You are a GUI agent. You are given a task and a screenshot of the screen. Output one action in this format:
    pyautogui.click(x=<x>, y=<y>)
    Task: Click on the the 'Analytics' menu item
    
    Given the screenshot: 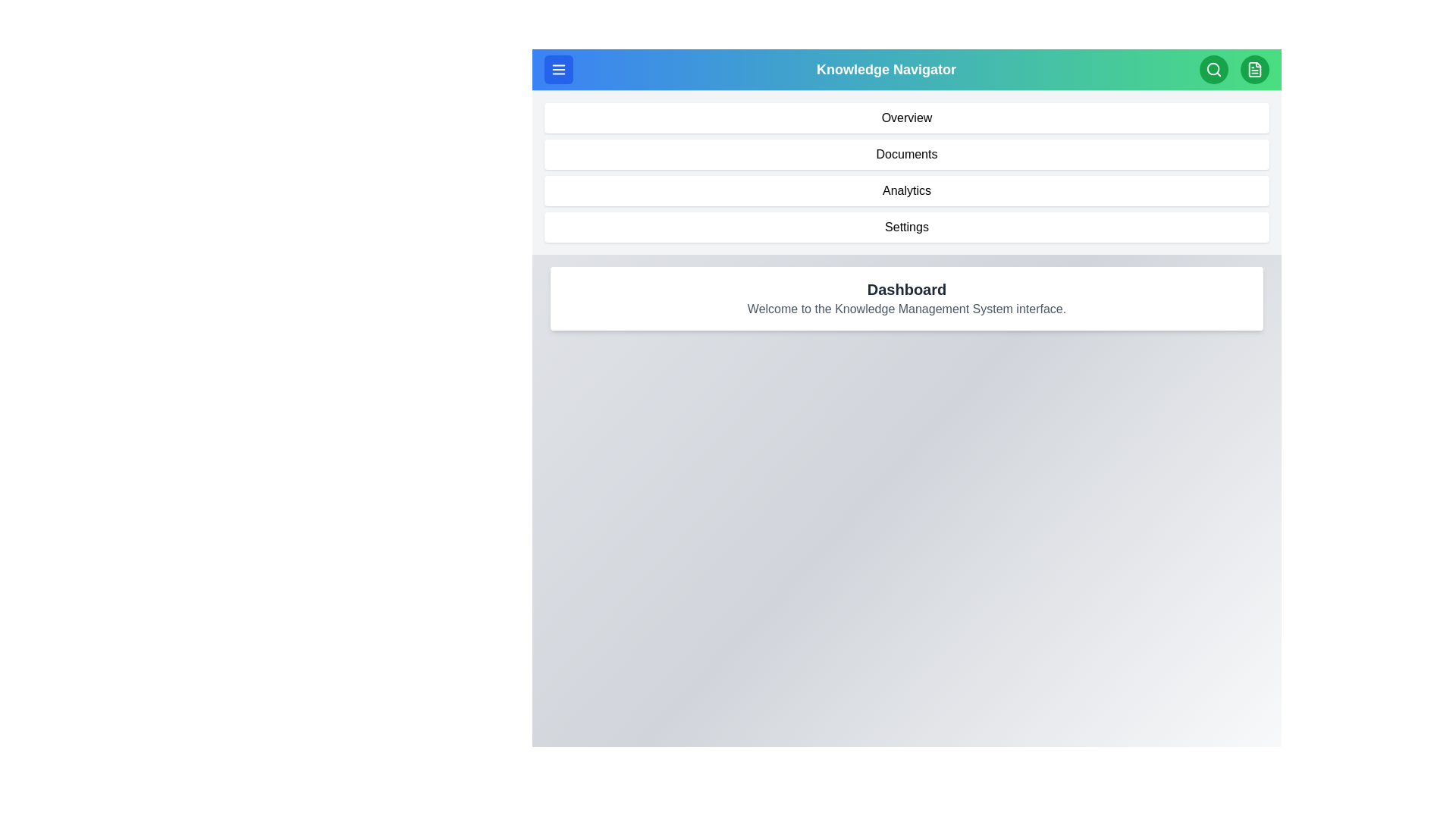 What is the action you would take?
    pyautogui.click(x=906, y=190)
    